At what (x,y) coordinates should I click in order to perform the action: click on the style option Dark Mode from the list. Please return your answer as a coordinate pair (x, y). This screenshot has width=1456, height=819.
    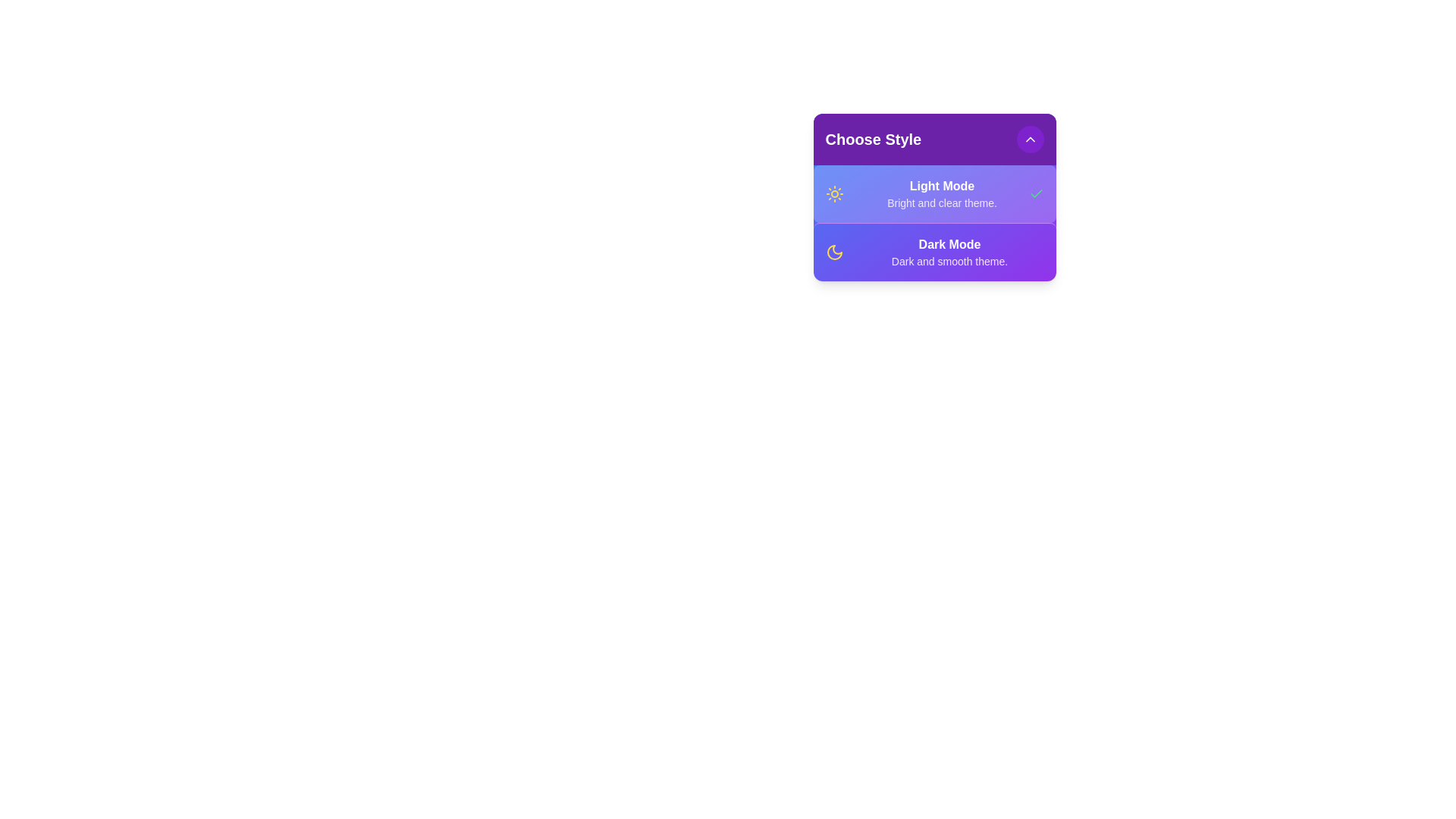
    Looking at the image, I should click on (910, 249).